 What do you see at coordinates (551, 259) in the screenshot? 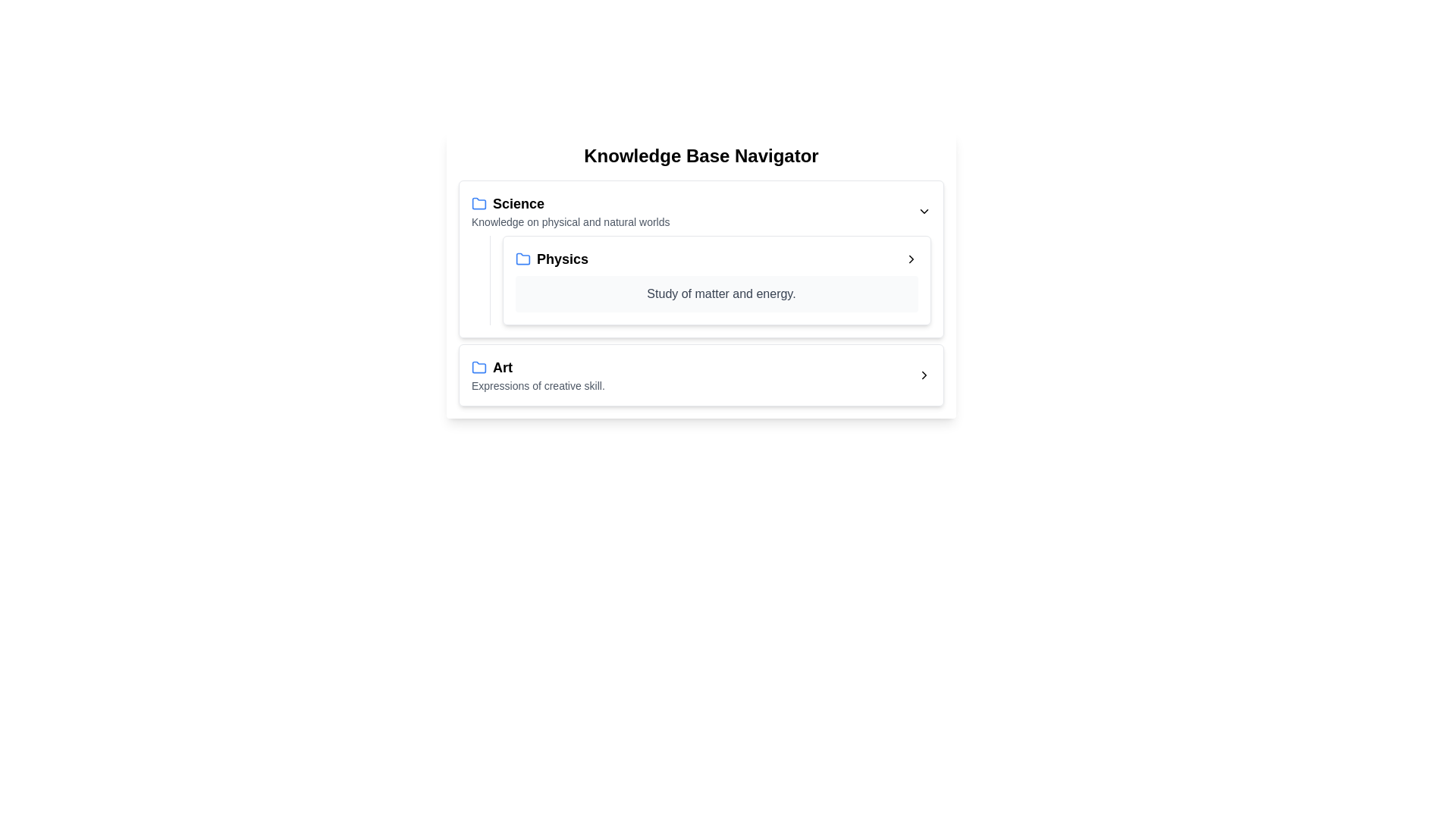
I see `the 'Physics' label/text element located to the right of the blue folder icon in the science navigation pane` at bounding box center [551, 259].